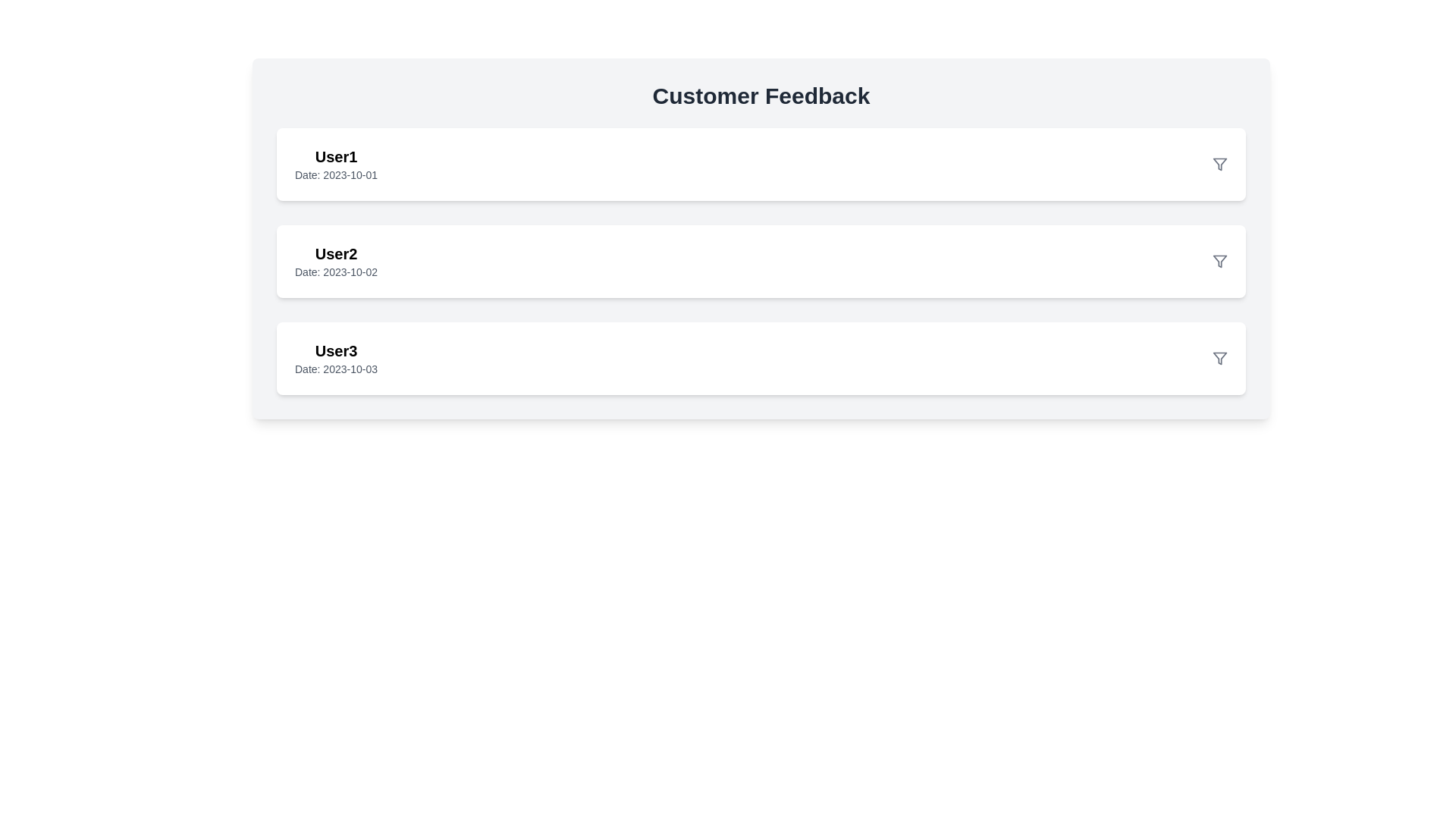  I want to click on text content of the List item header with subtitle displaying 'User3' and the date 'Date: 2023-10-03', which is the third item in the user entries list, so click(335, 359).